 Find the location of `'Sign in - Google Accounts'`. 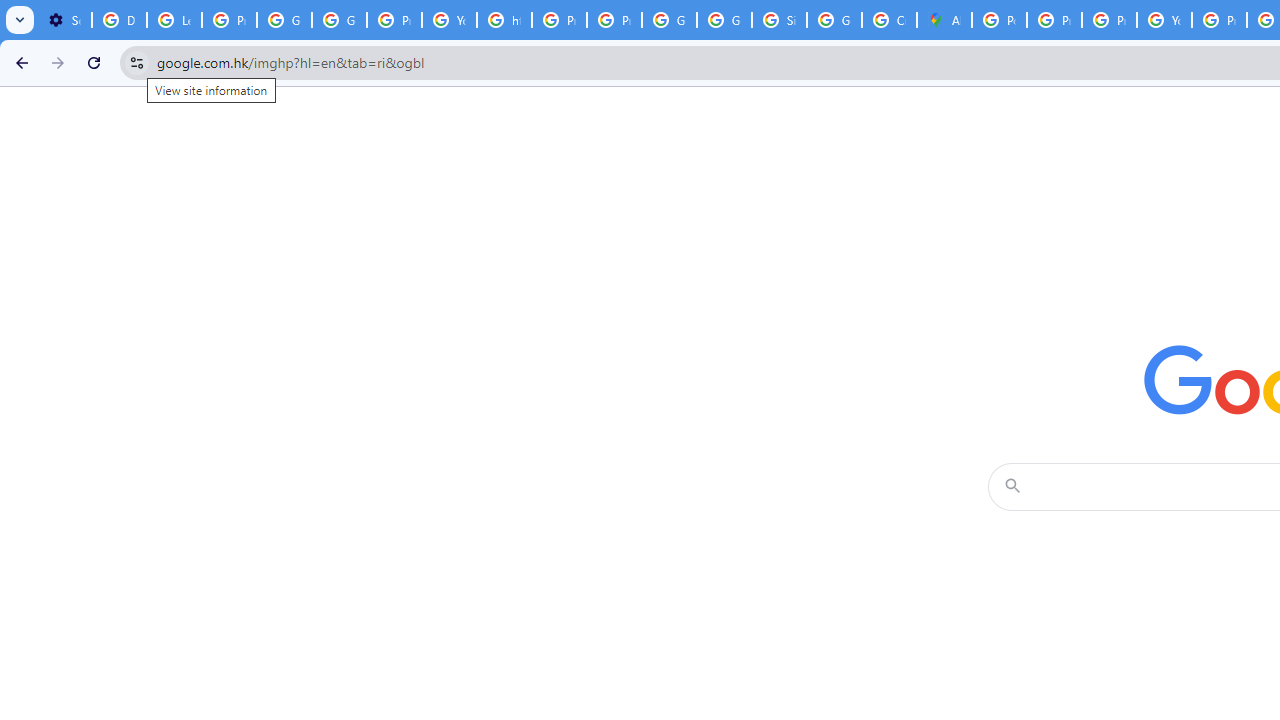

'Sign in - Google Accounts' is located at coordinates (778, 20).